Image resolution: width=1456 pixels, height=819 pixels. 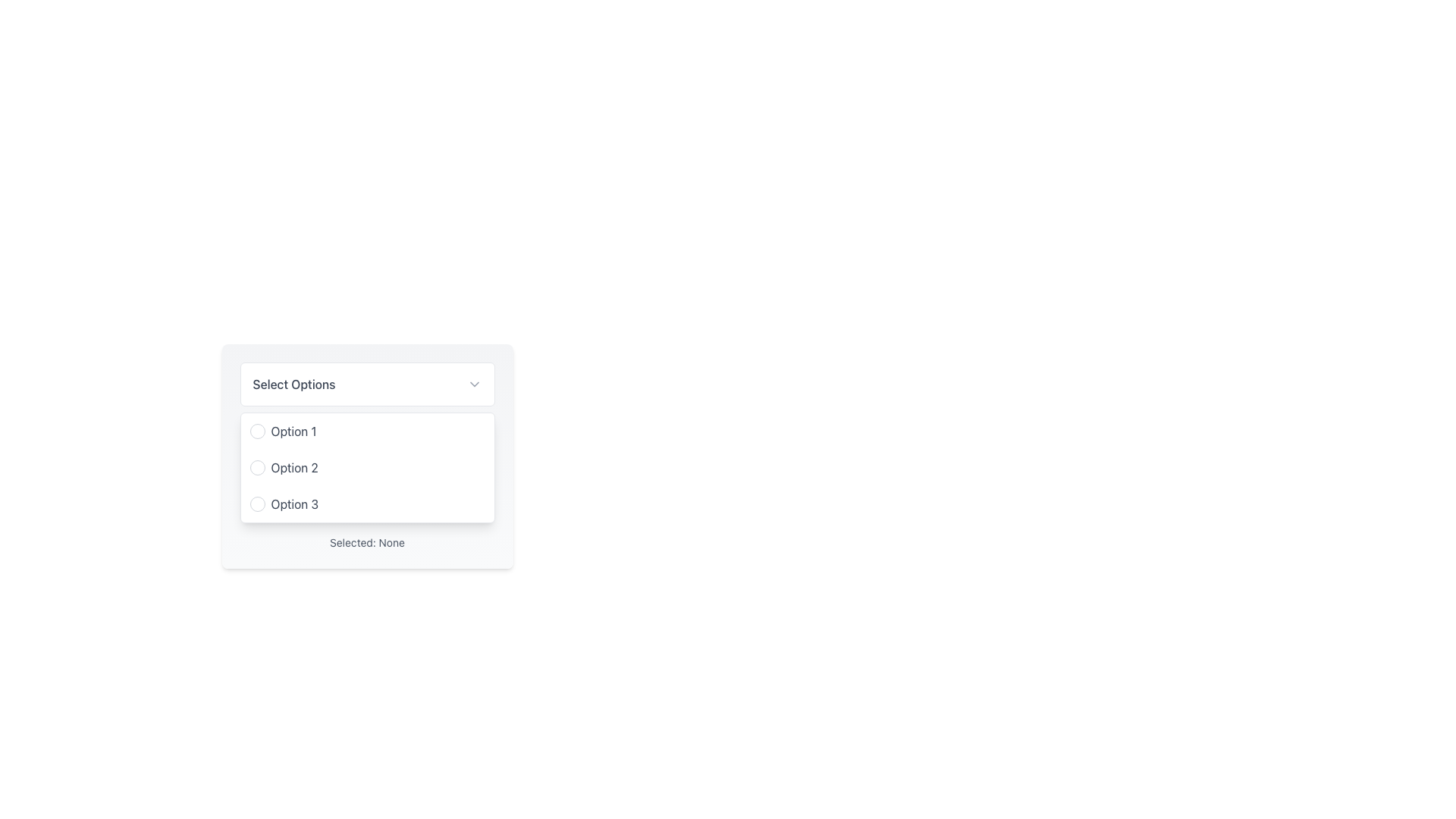 What do you see at coordinates (367, 383) in the screenshot?
I see `the rectangular dropdown button labeled 'Select Options'` at bounding box center [367, 383].